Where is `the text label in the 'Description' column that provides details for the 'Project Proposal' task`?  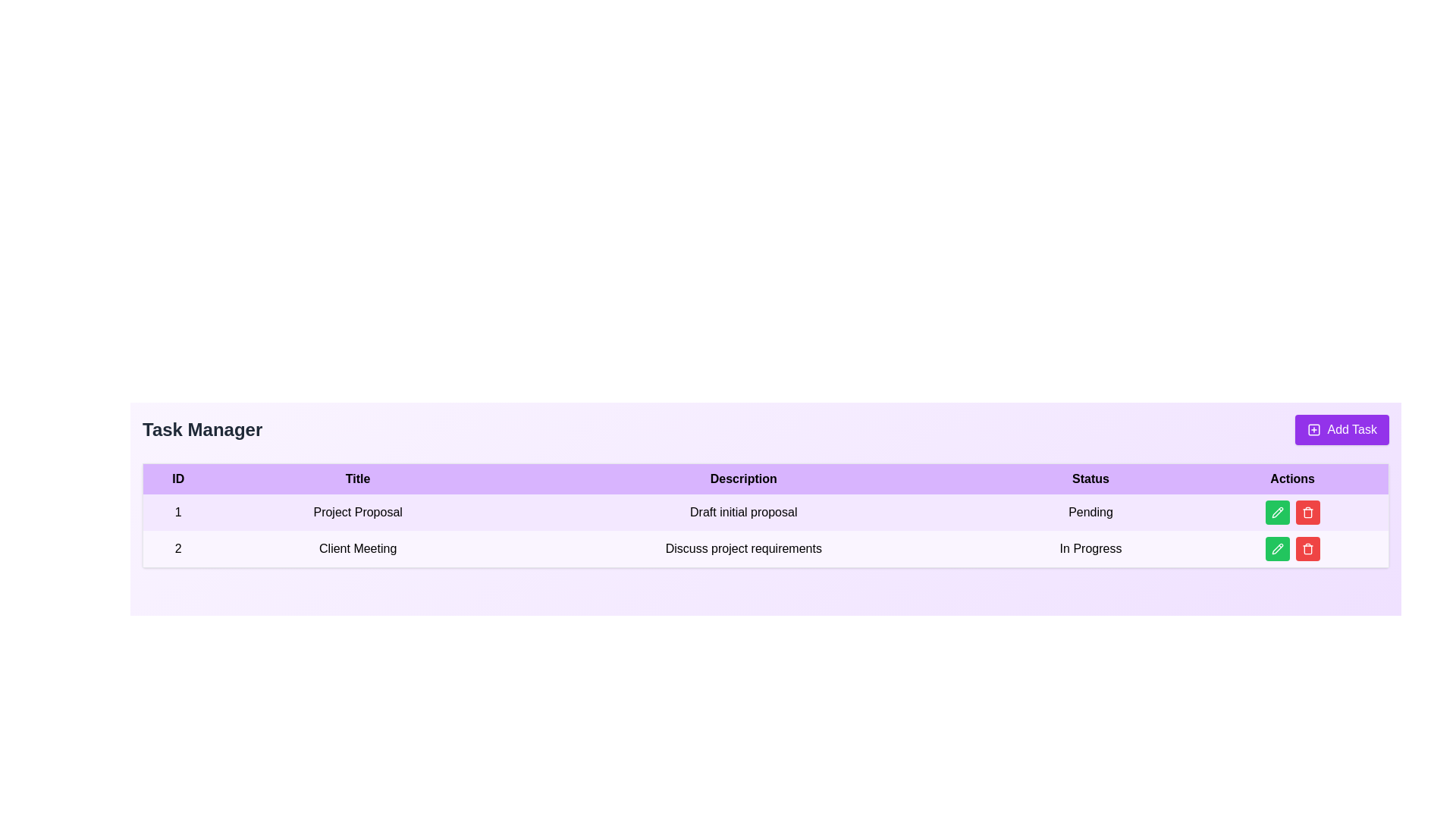 the text label in the 'Description' column that provides details for the 'Project Proposal' task is located at coordinates (743, 512).